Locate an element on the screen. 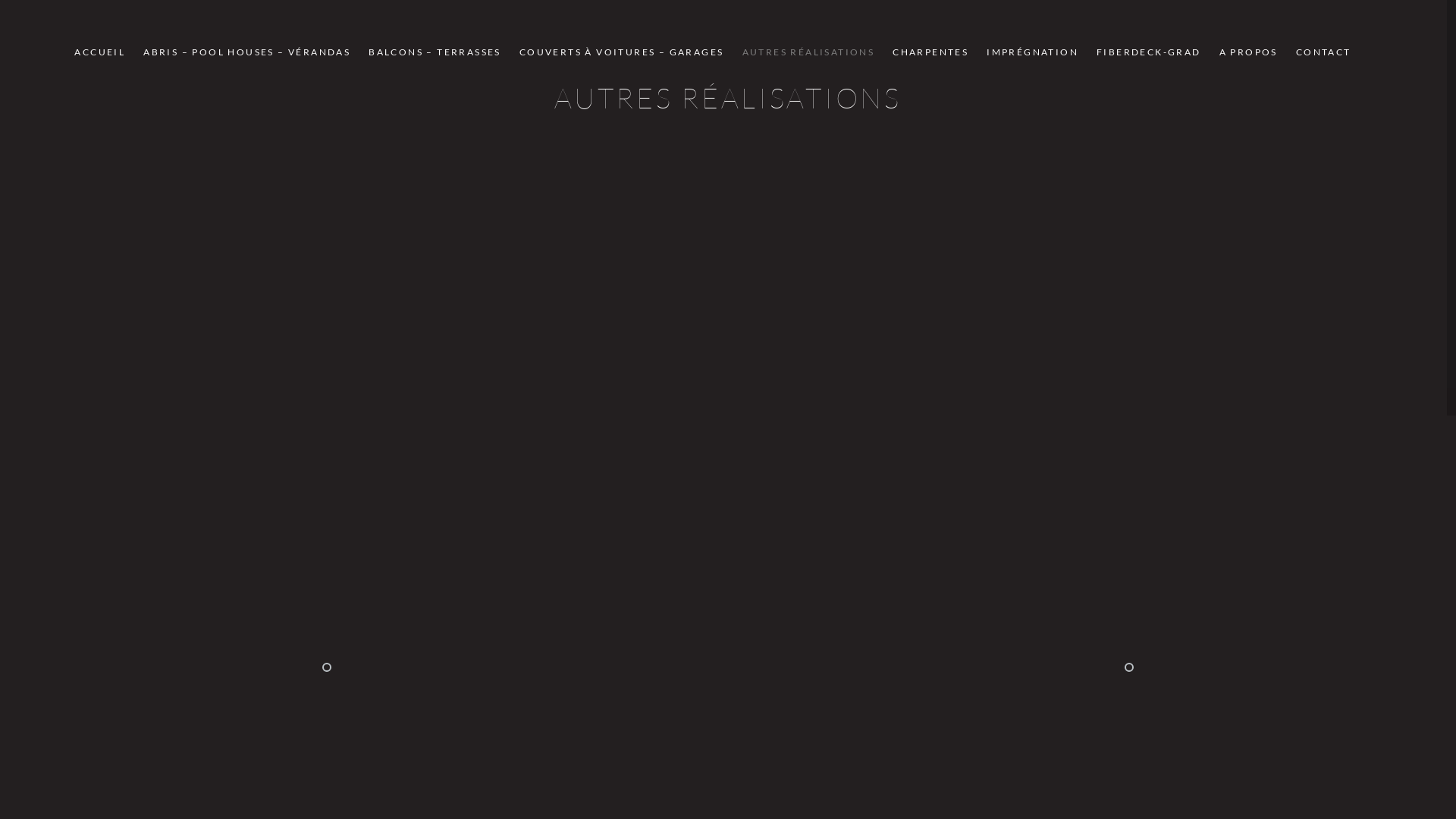 The width and height of the screenshot is (1456, 819). 'CONTACT' is located at coordinates (1323, 51).